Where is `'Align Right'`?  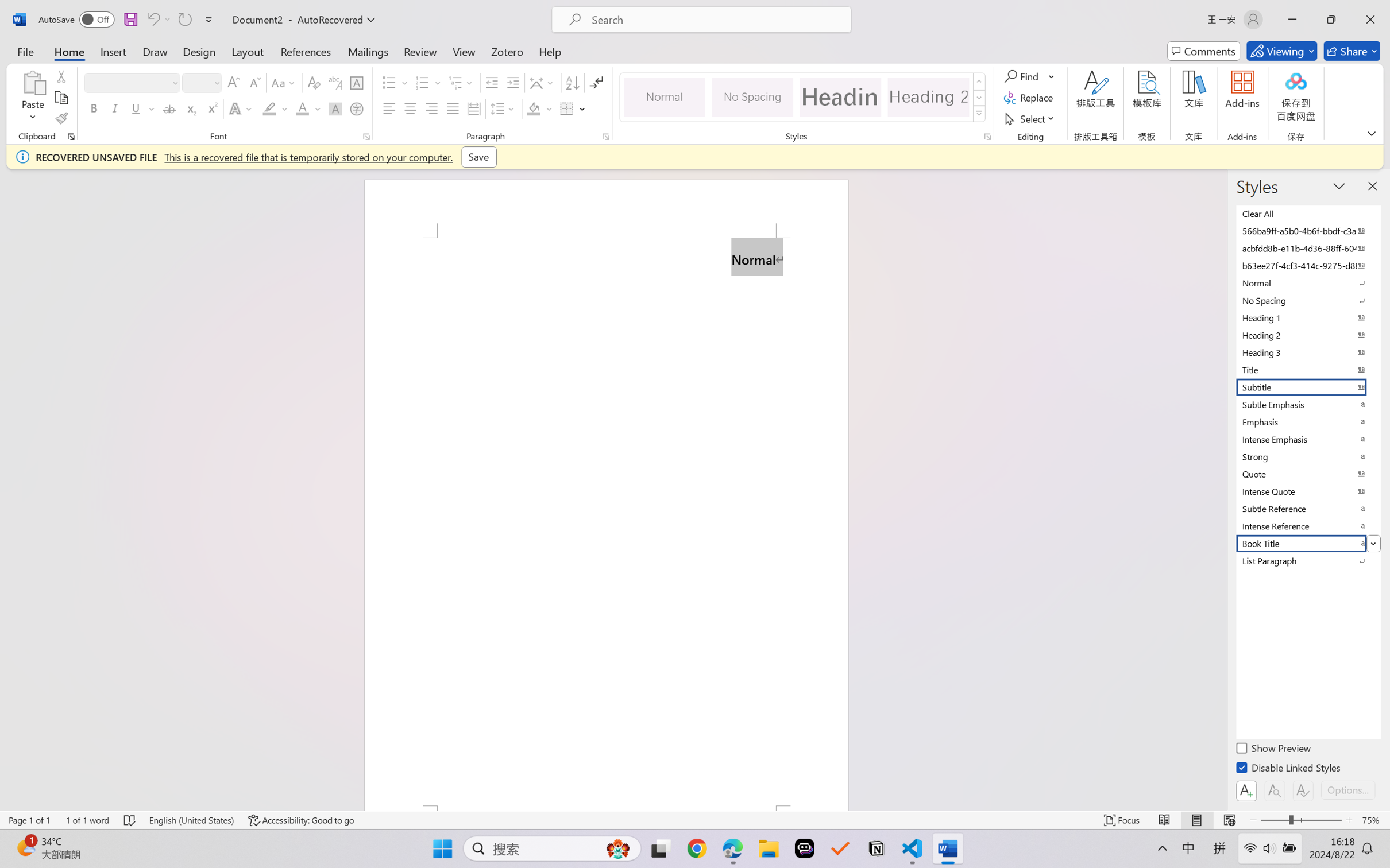 'Align Right' is located at coordinates (432, 108).